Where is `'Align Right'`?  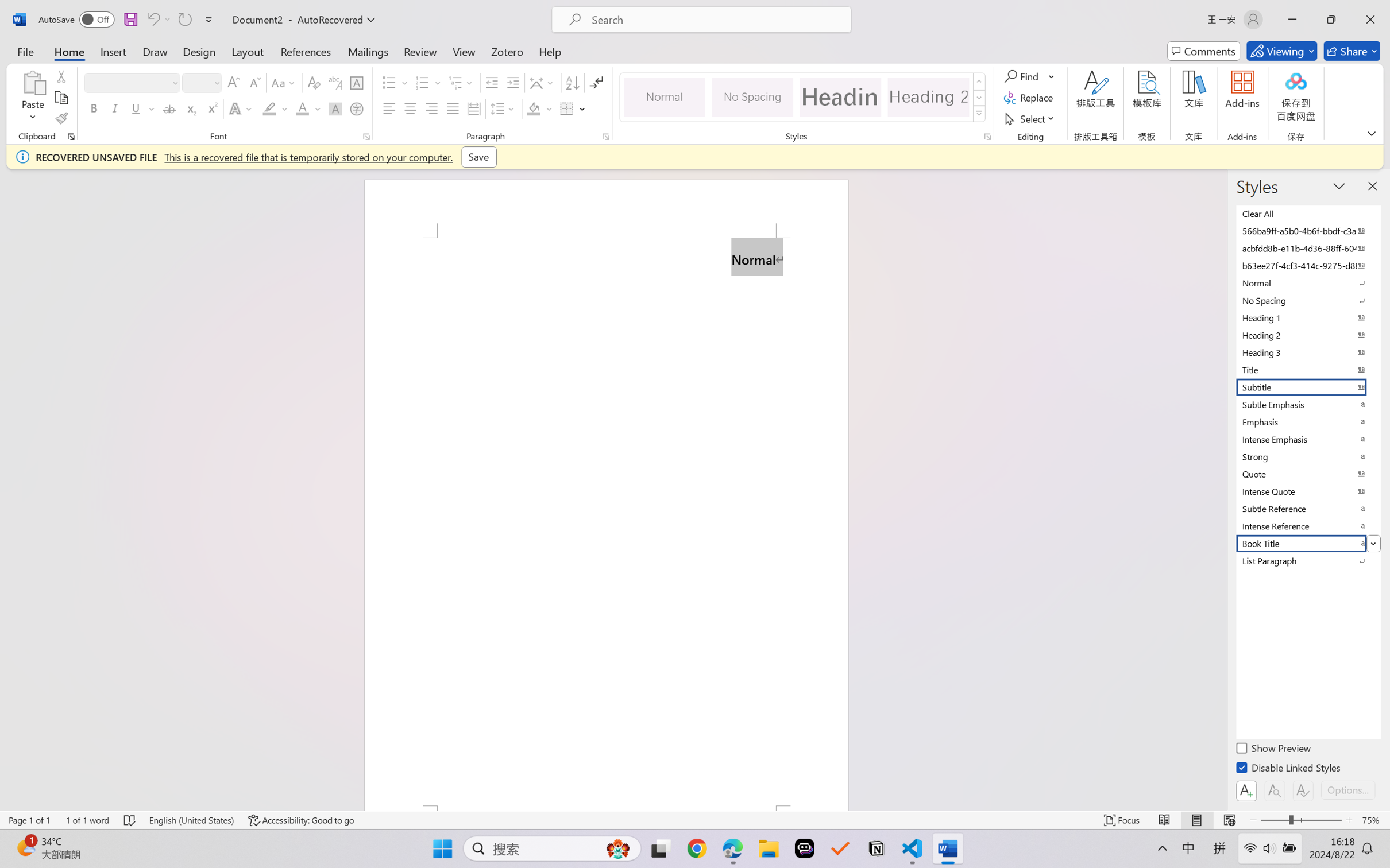 'Align Right' is located at coordinates (432, 108).